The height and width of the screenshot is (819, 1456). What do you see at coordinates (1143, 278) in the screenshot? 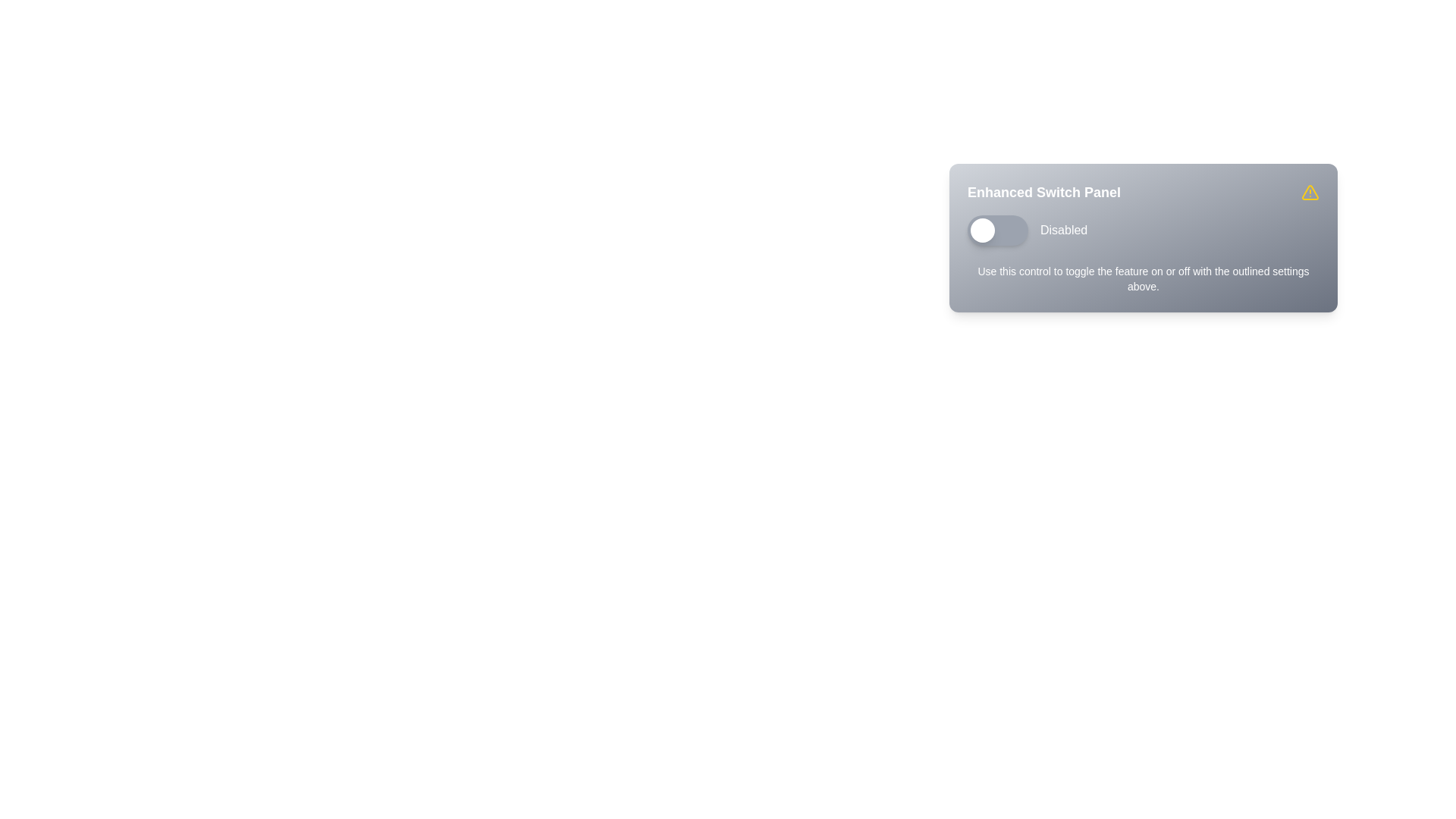
I see `the static text that provides guidance for the toggle switch, located centrally below the switch and label in the Enhanced Switch Panel interface` at bounding box center [1143, 278].